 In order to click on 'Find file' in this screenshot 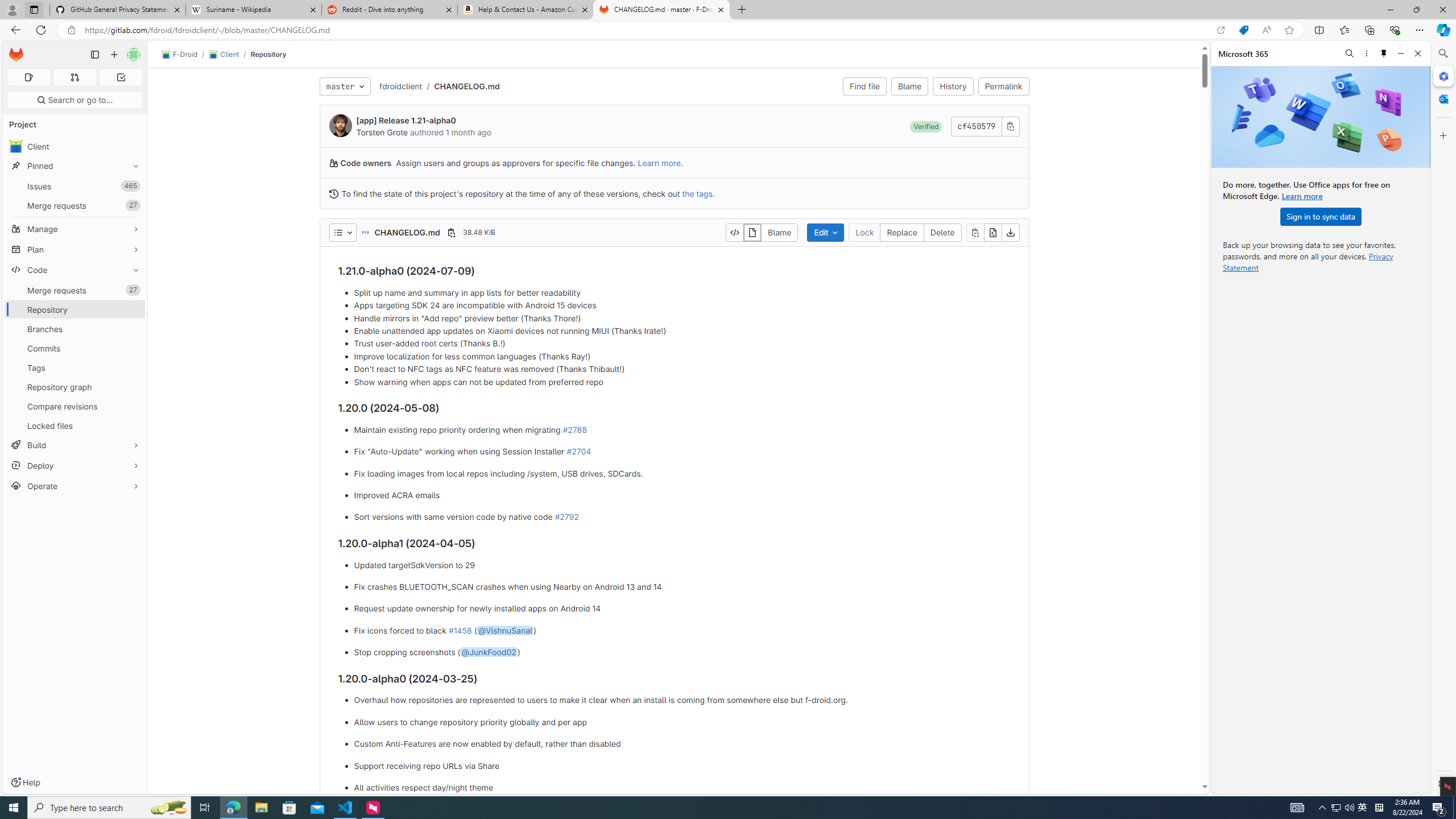, I will do `click(864, 85)`.